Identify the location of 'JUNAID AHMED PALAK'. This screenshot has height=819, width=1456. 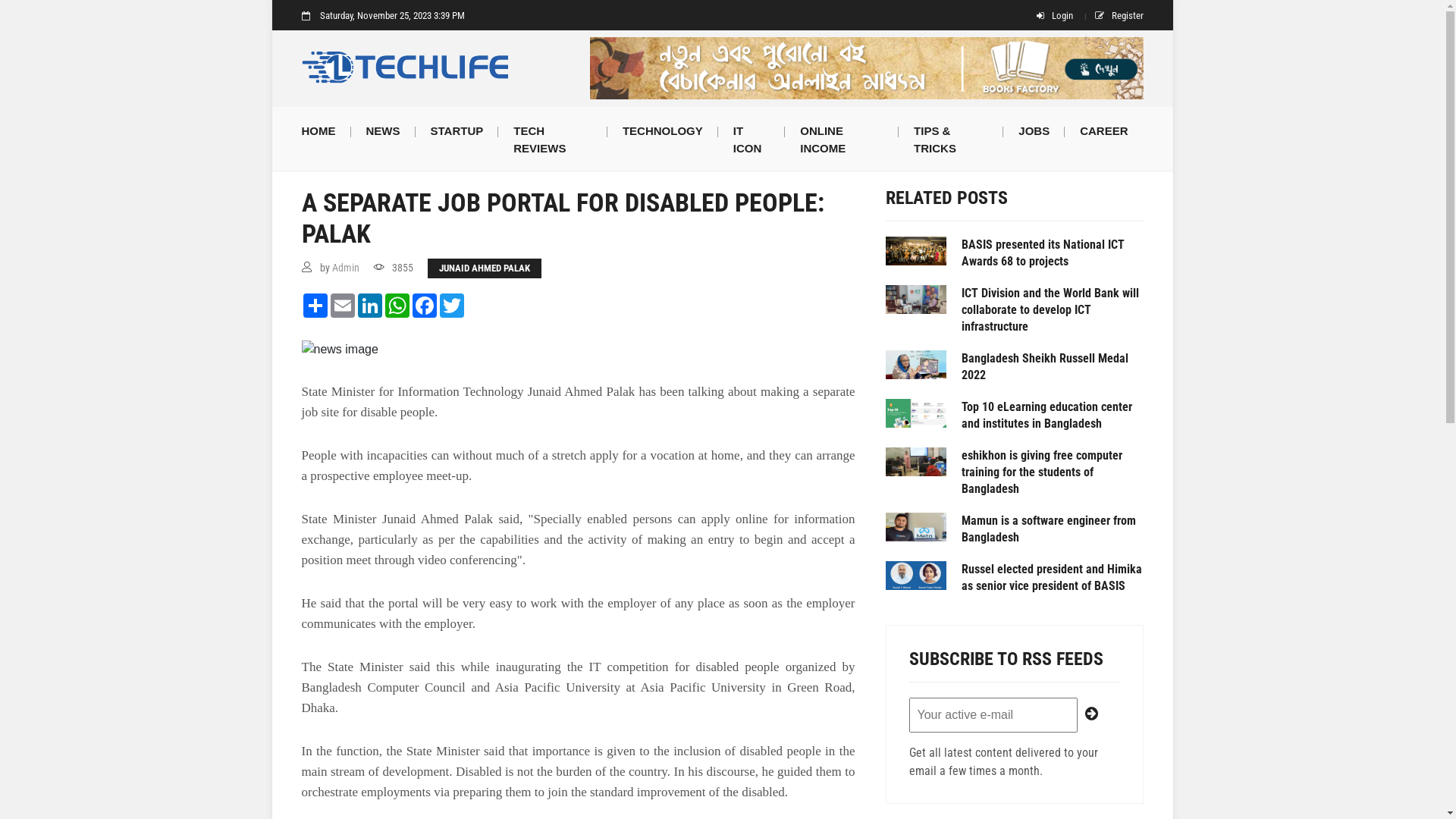
(483, 268).